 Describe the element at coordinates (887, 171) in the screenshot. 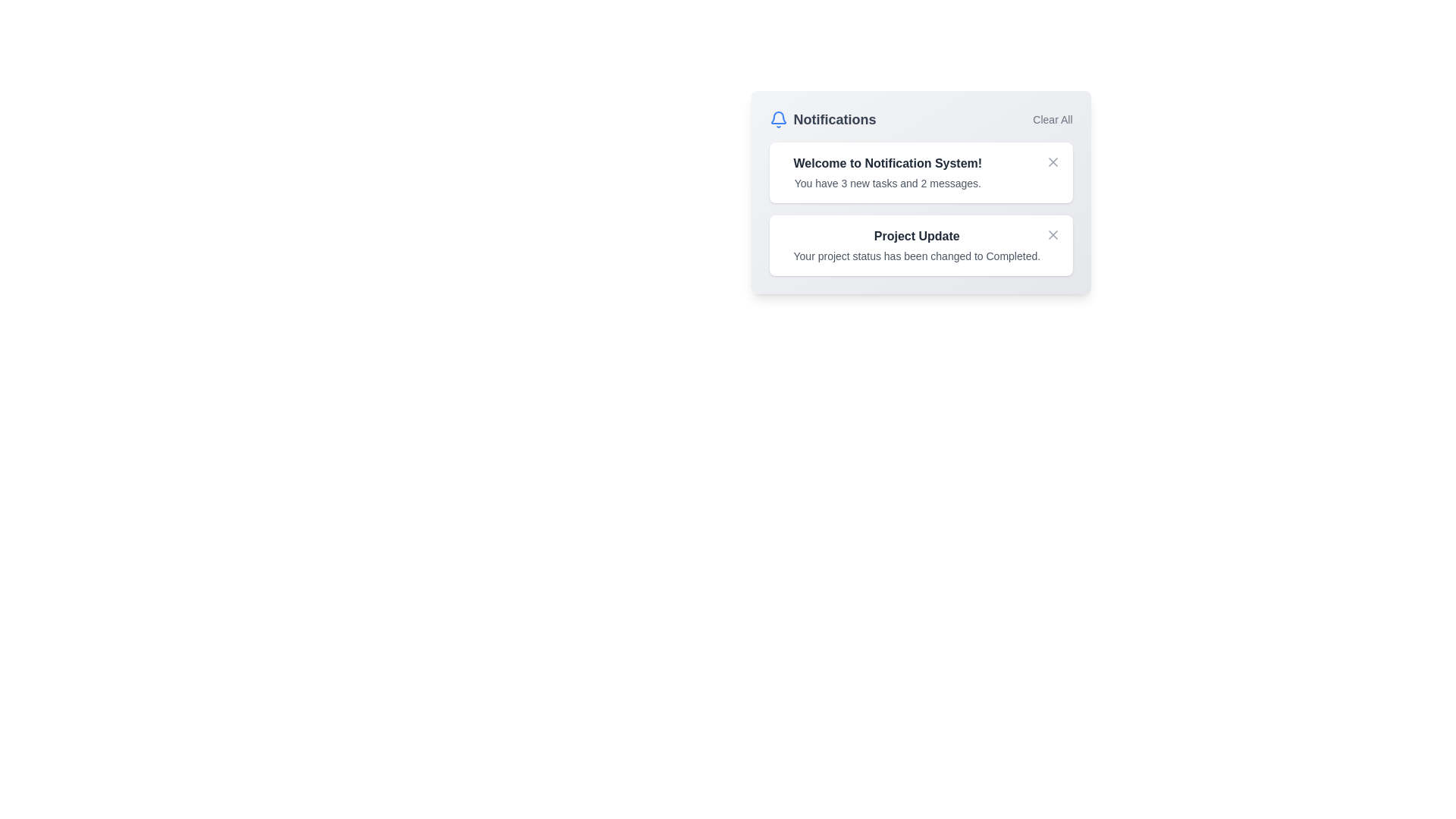

I see `the informational text display that summarizes notifications and lists pending tasks, located centrally in the notification panel above the 'Project Update' section` at that location.